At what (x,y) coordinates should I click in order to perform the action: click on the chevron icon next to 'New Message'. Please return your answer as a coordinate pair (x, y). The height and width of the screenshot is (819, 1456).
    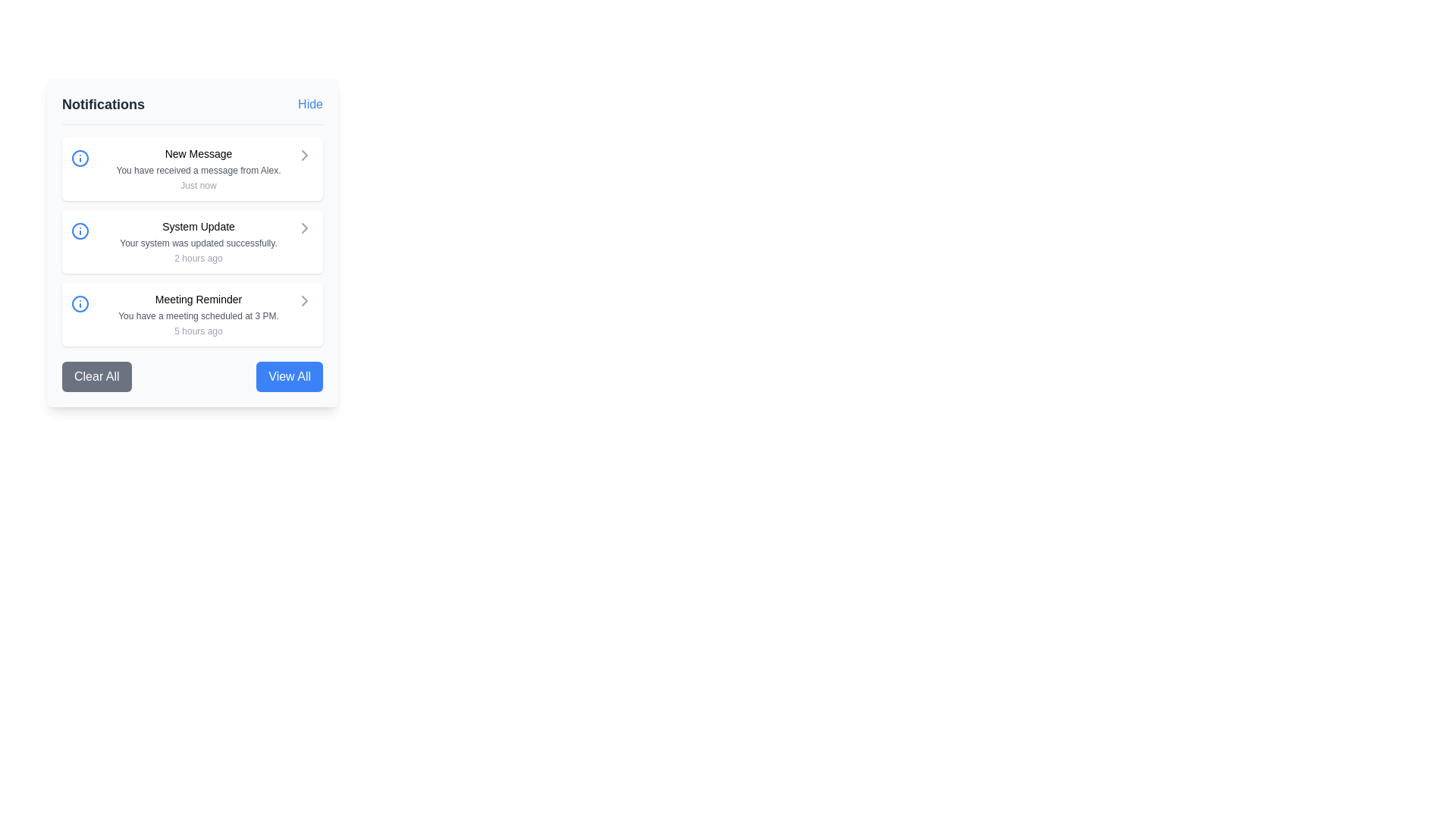
    Looking at the image, I should click on (304, 155).